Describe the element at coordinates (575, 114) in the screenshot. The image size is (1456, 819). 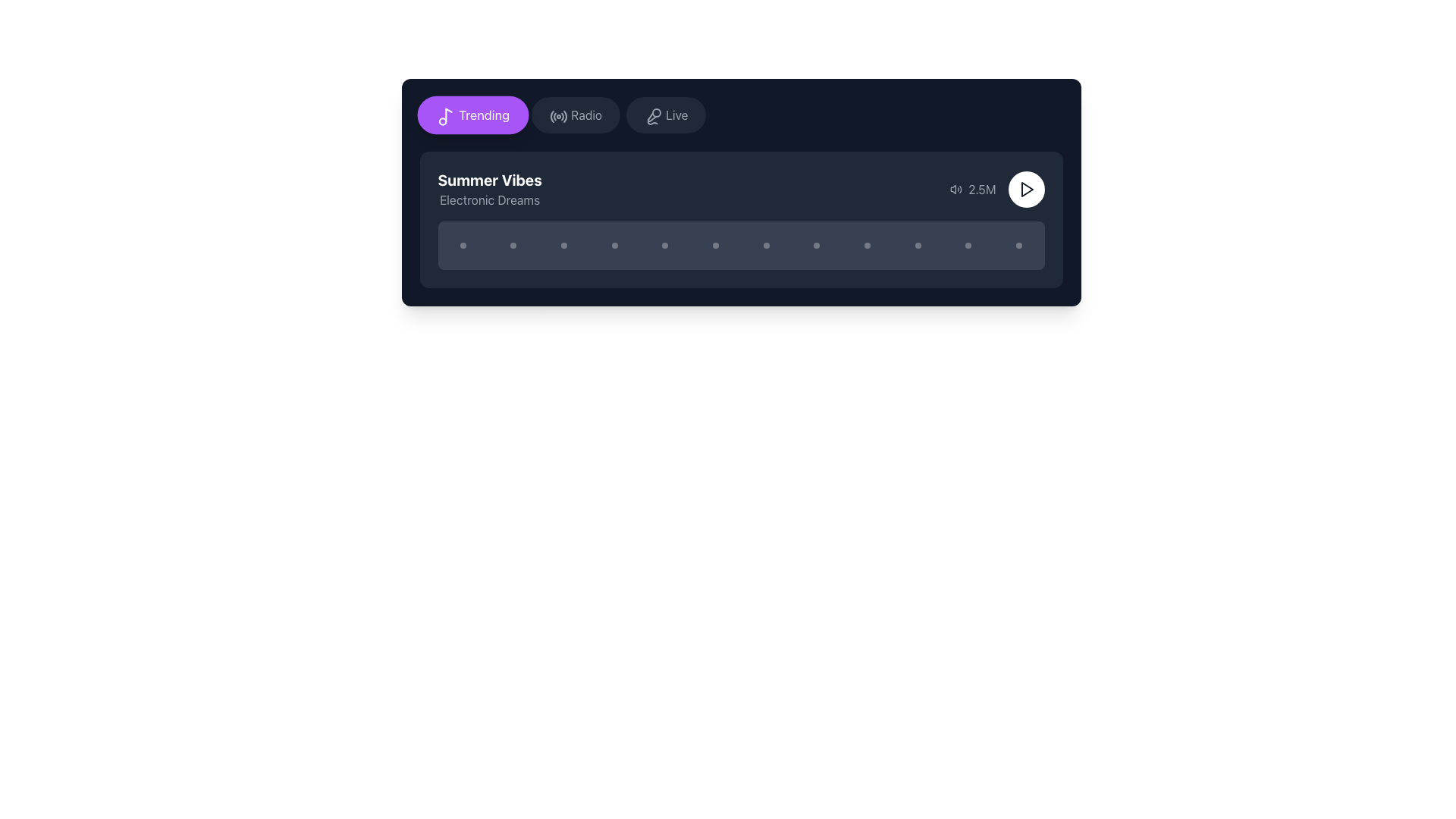
I see `the control button for radio features, which is the second button in a horizontal row between the 'Trending' and 'Live' buttons` at that location.